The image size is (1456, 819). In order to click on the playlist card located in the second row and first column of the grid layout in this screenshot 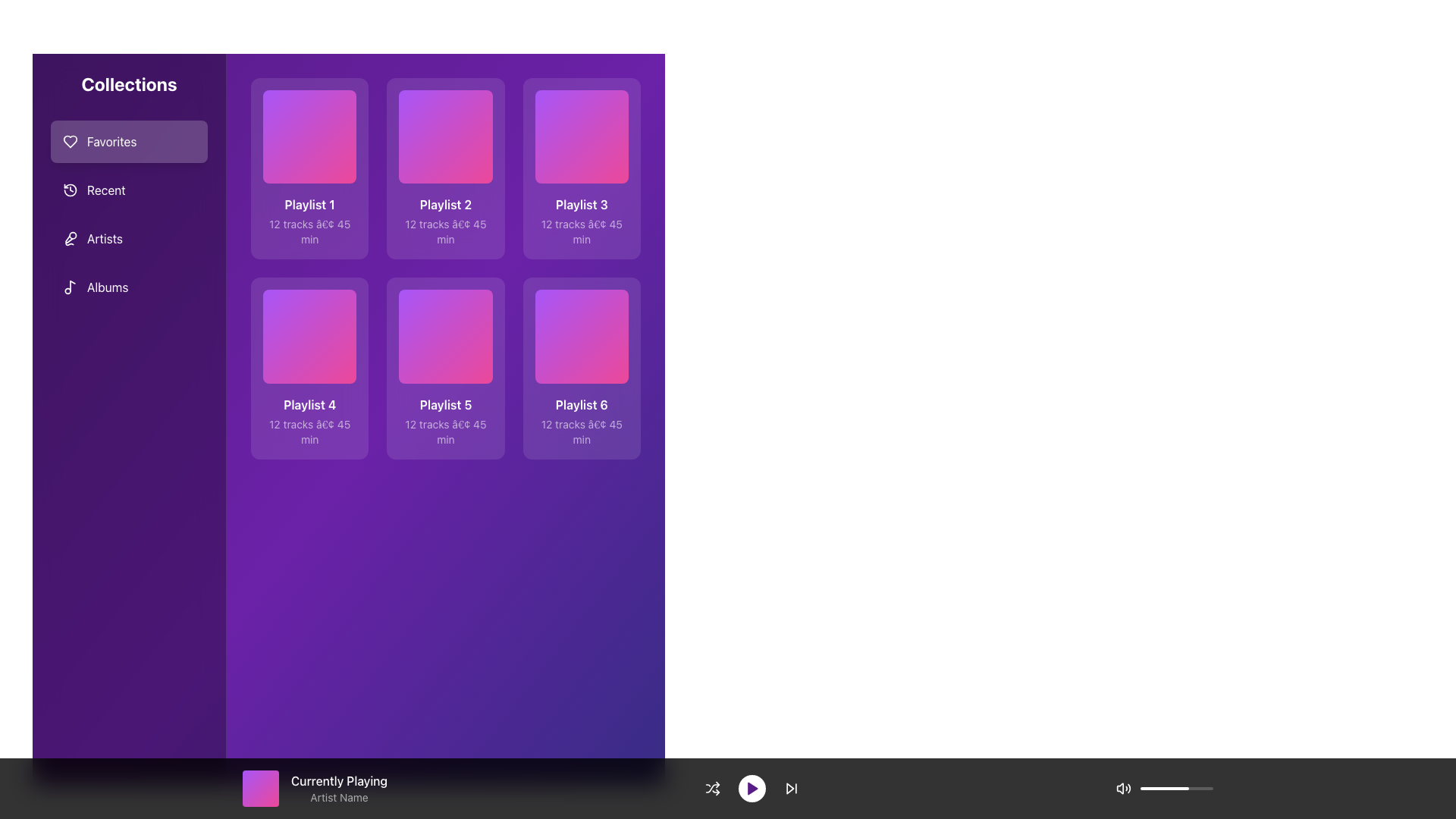, I will do `click(309, 369)`.